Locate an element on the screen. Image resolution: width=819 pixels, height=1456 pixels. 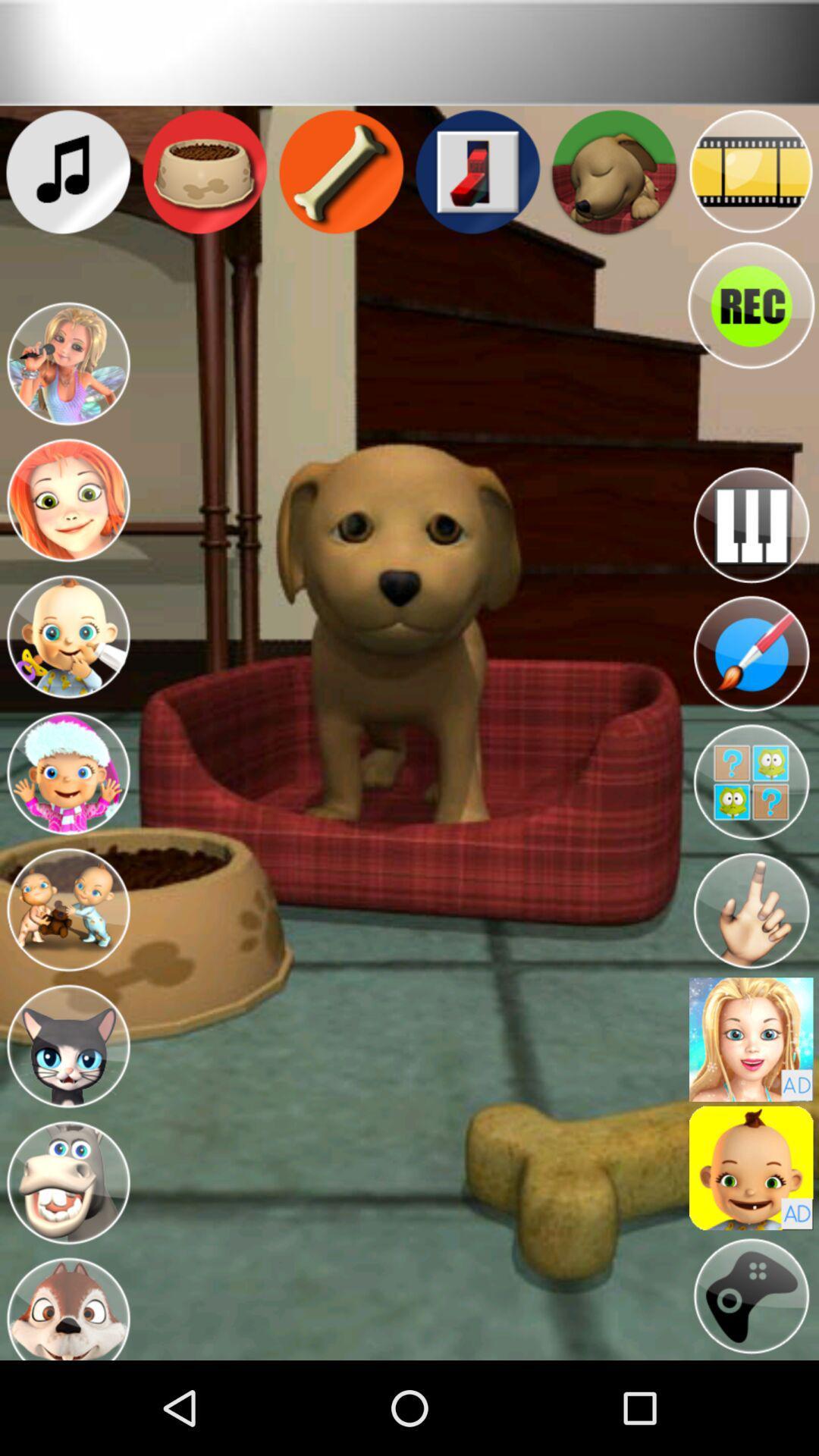
open advertisement is located at coordinates (751, 1039).